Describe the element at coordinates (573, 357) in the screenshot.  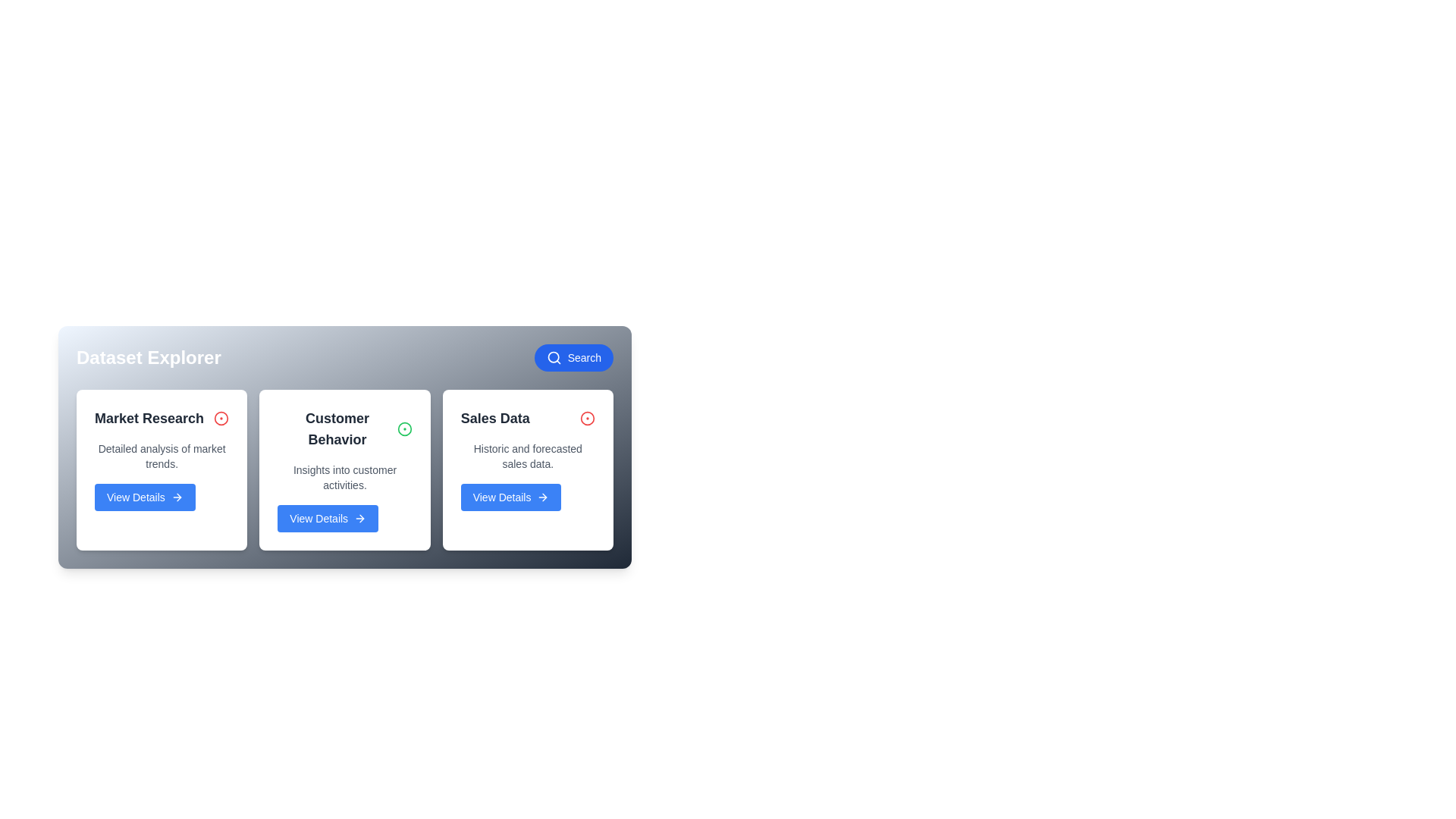
I see `the 'Search' button to initiate the search action` at that location.